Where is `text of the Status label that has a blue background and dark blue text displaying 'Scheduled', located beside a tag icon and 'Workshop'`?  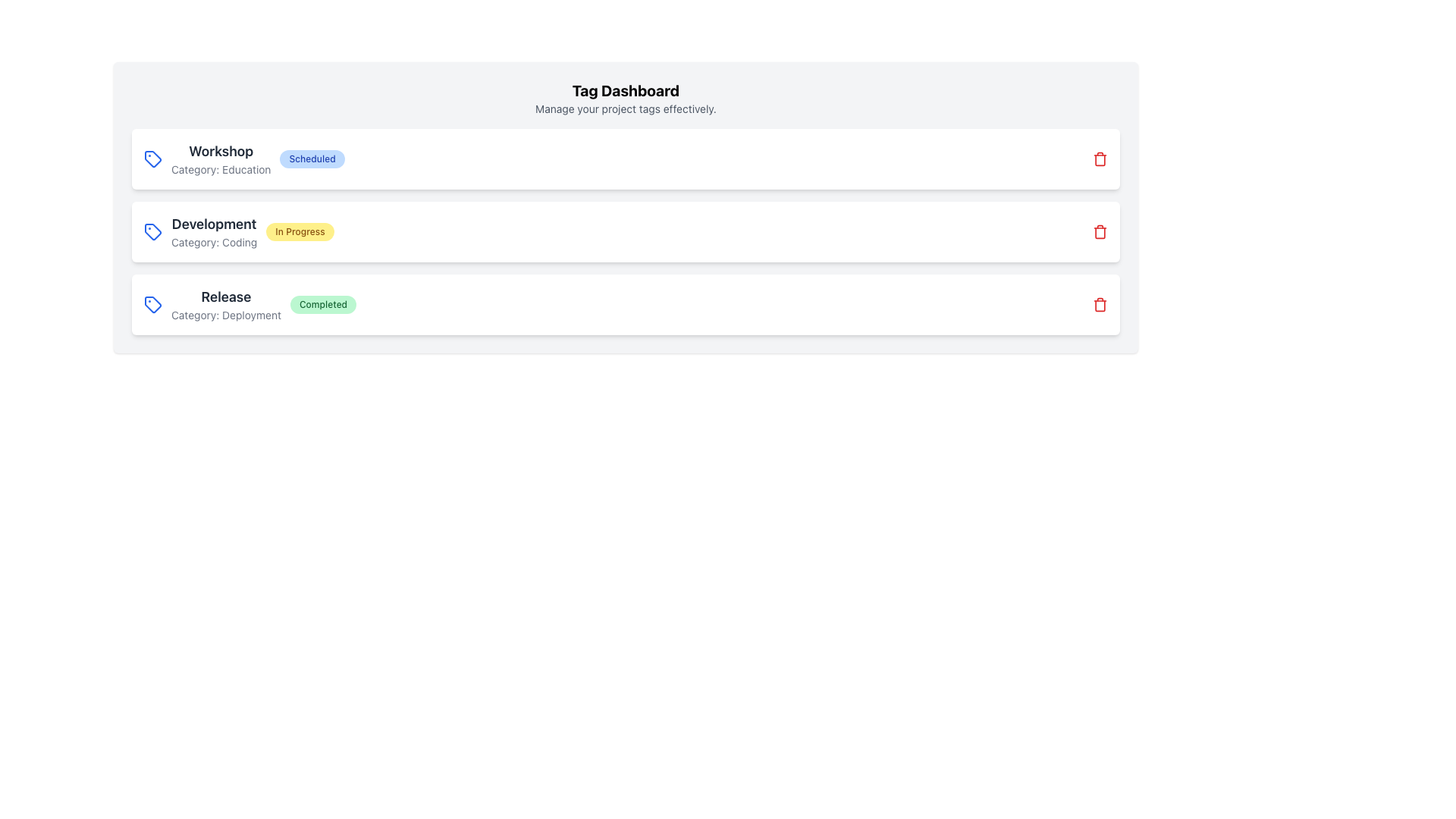
text of the Status label that has a blue background and dark blue text displaying 'Scheduled', located beside a tag icon and 'Workshop' is located at coordinates (312, 158).